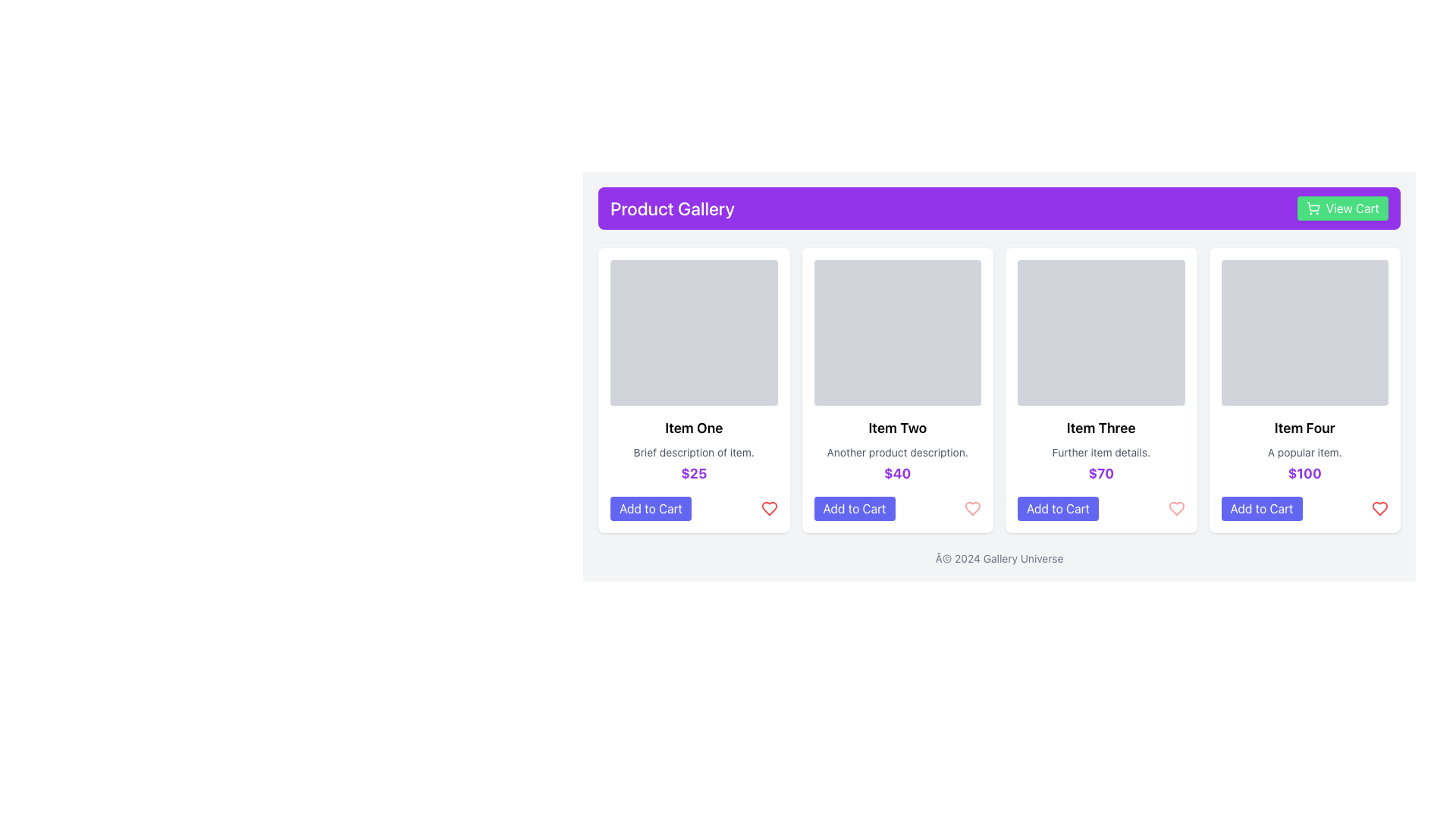  Describe the element at coordinates (897, 472) in the screenshot. I see `the static text element displaying the price '$40' in bold purple, located above the 'Add to Cart' button in the second product card` at that location.